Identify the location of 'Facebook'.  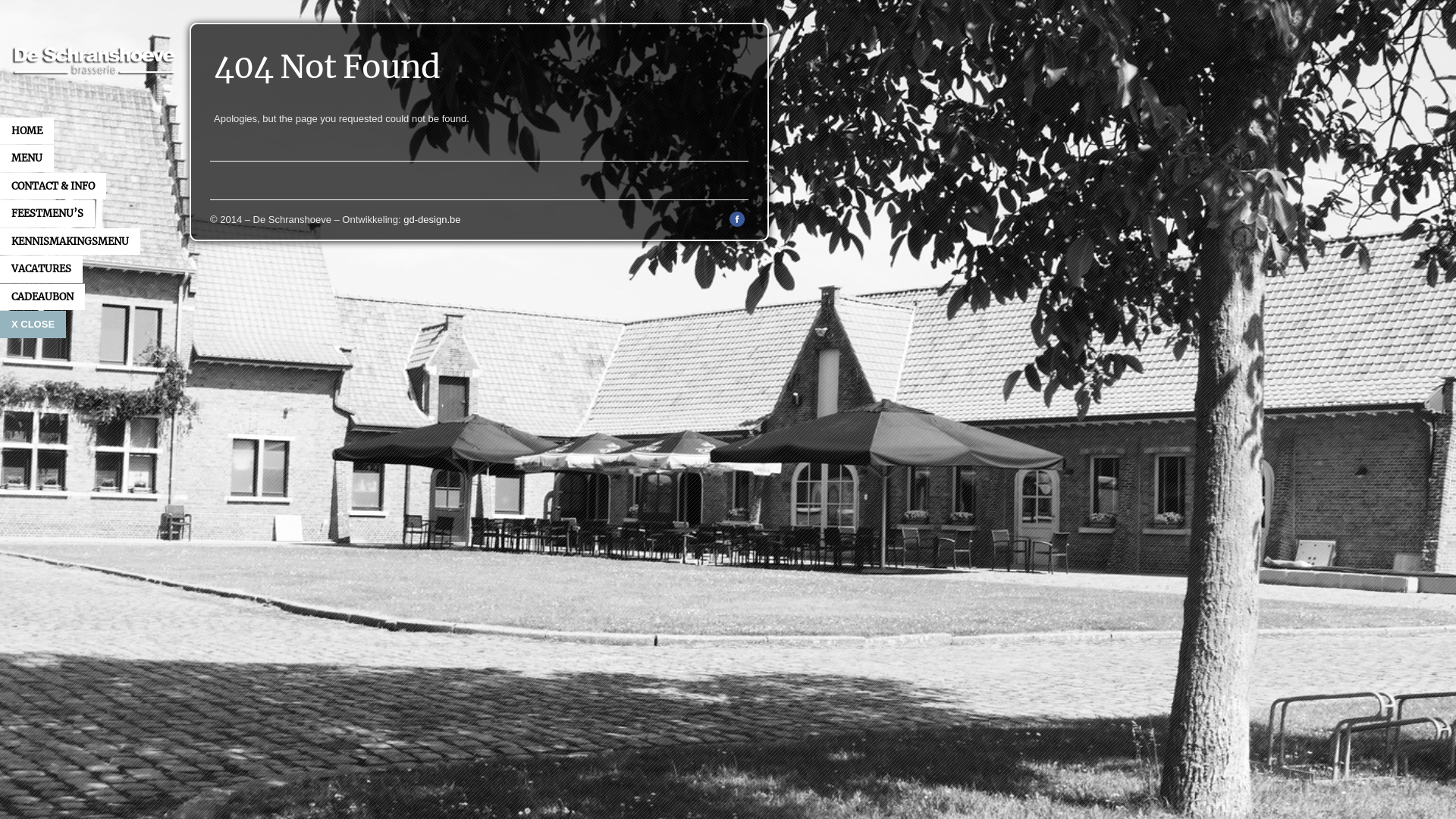
(737, 222).